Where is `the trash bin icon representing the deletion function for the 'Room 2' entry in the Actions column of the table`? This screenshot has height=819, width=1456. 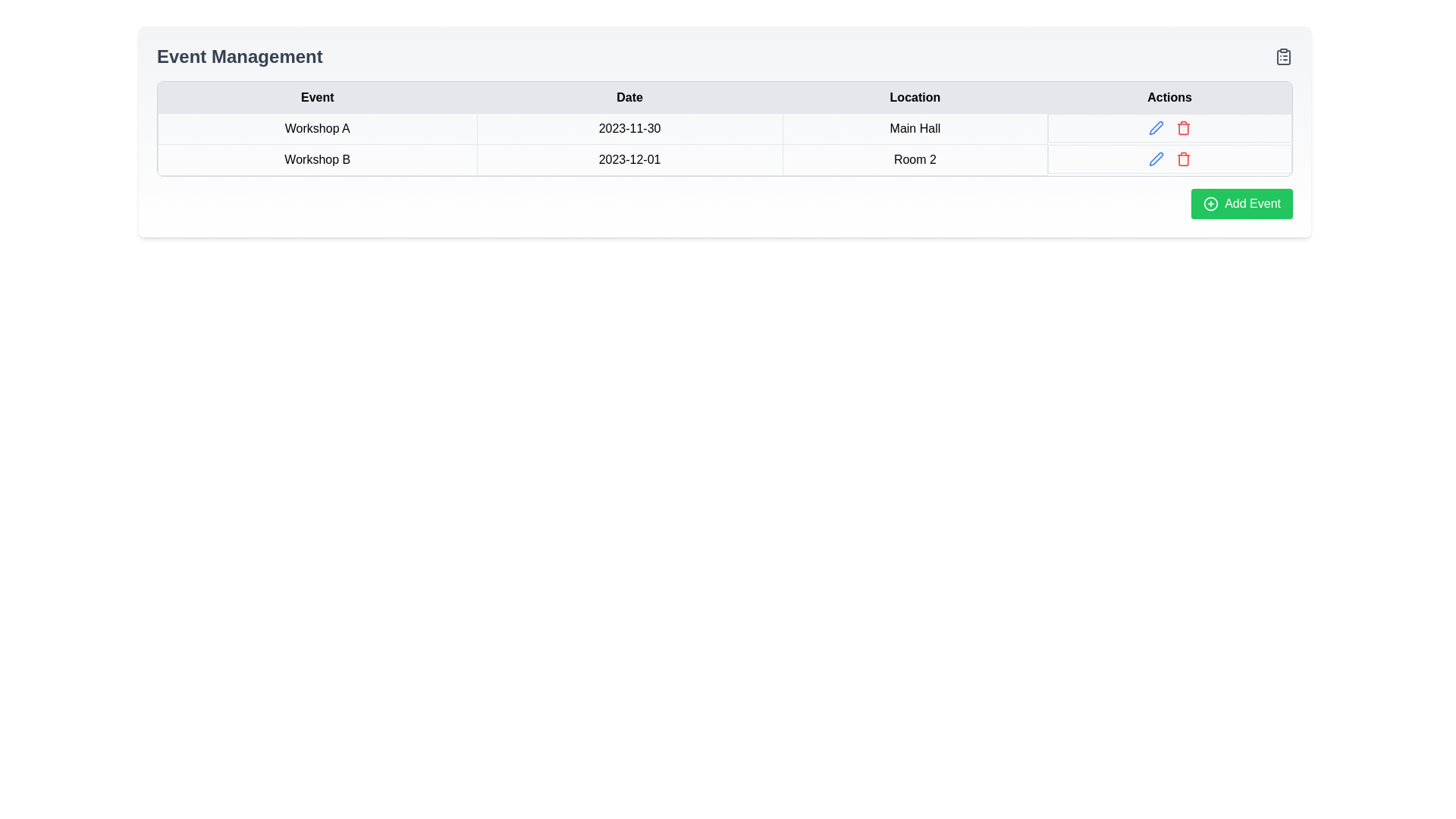 the trash bin icon representing the deletion function for the 'Room 2' entry in the Actions column of the table is located at coordinates (1182, 160).